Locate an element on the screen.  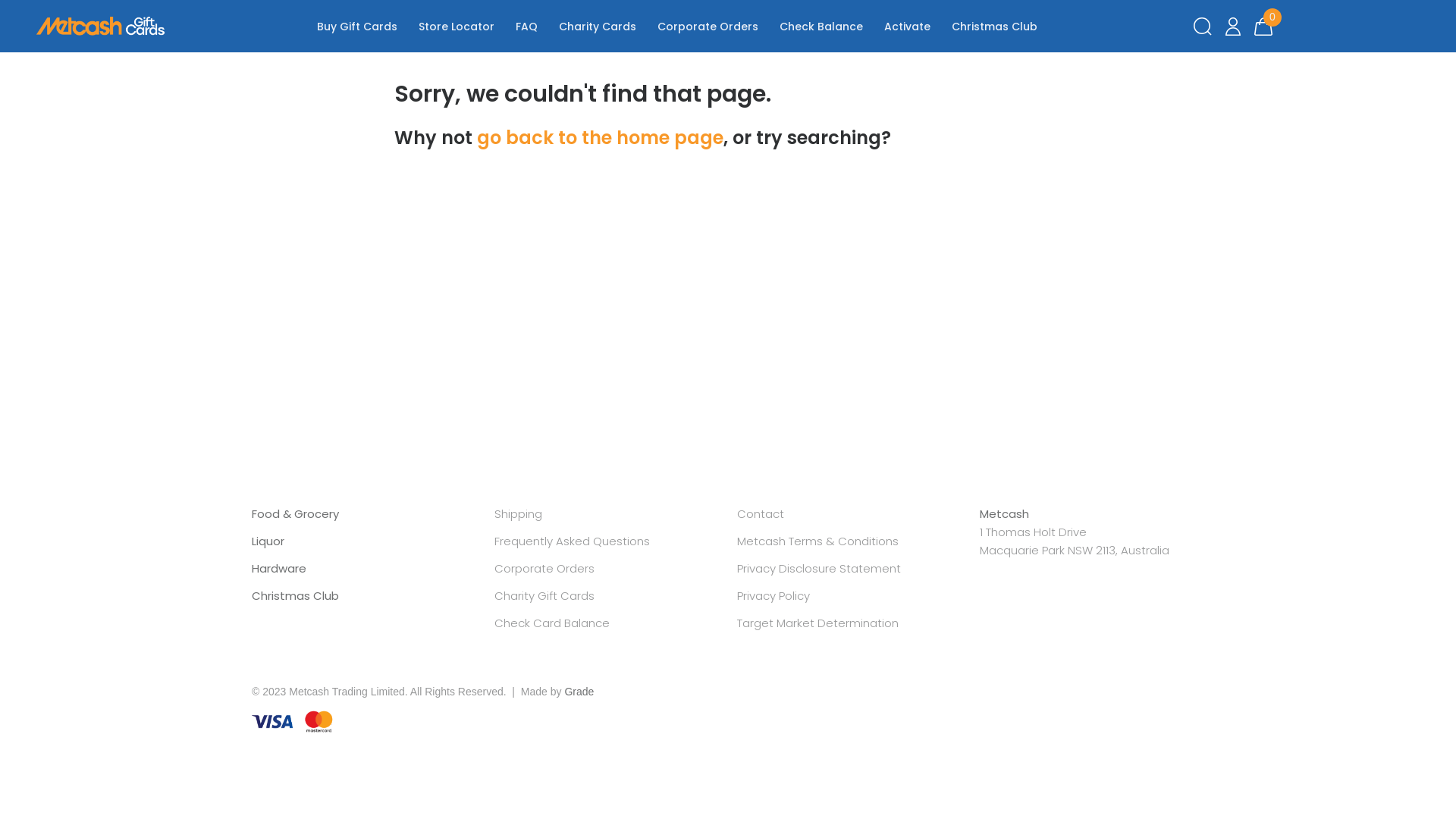
'Food & Grocery' is located at coordinates (295, 513).